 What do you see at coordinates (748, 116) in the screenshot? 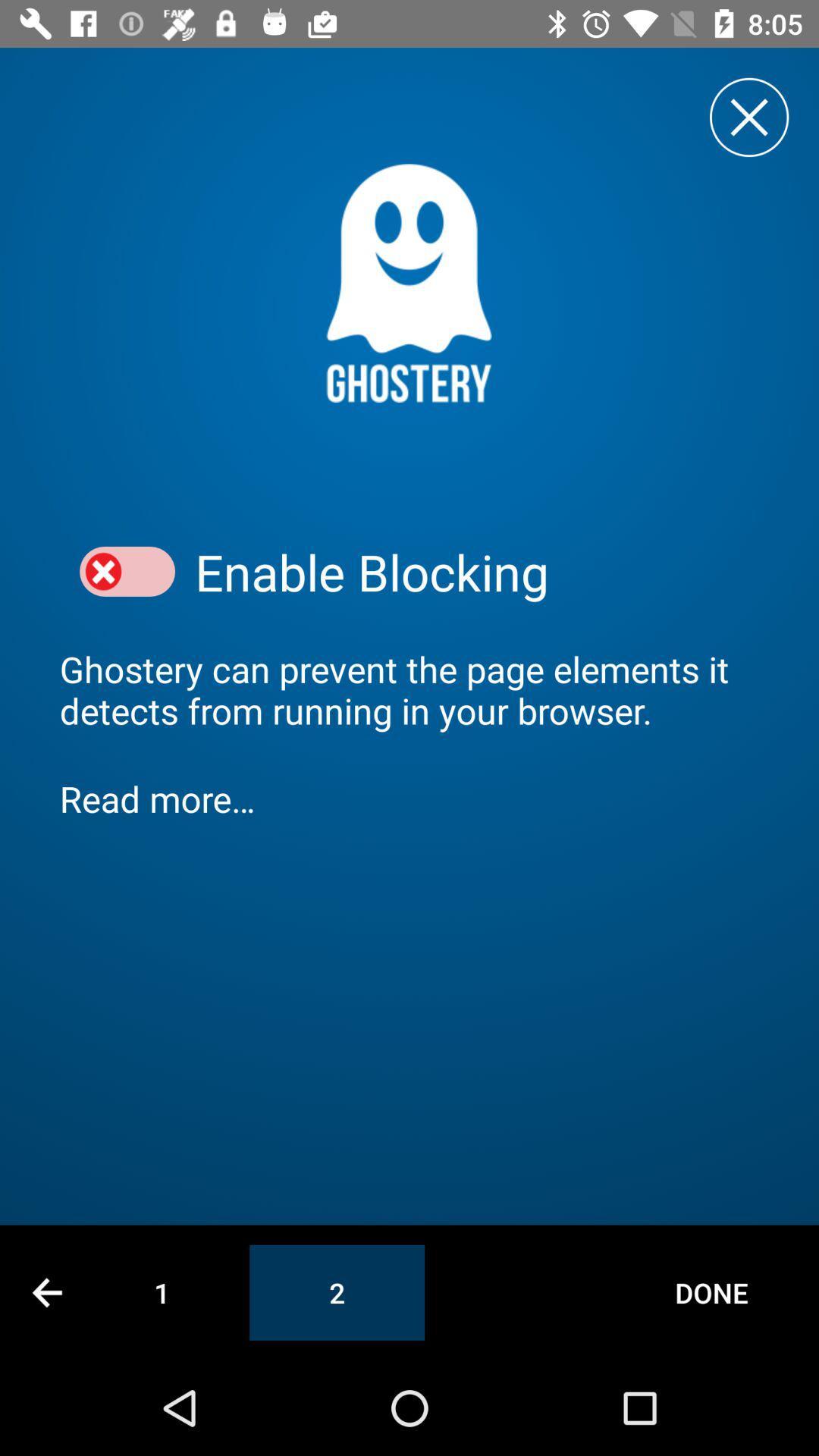
I see `exit page` at bounding box center [748, 116].